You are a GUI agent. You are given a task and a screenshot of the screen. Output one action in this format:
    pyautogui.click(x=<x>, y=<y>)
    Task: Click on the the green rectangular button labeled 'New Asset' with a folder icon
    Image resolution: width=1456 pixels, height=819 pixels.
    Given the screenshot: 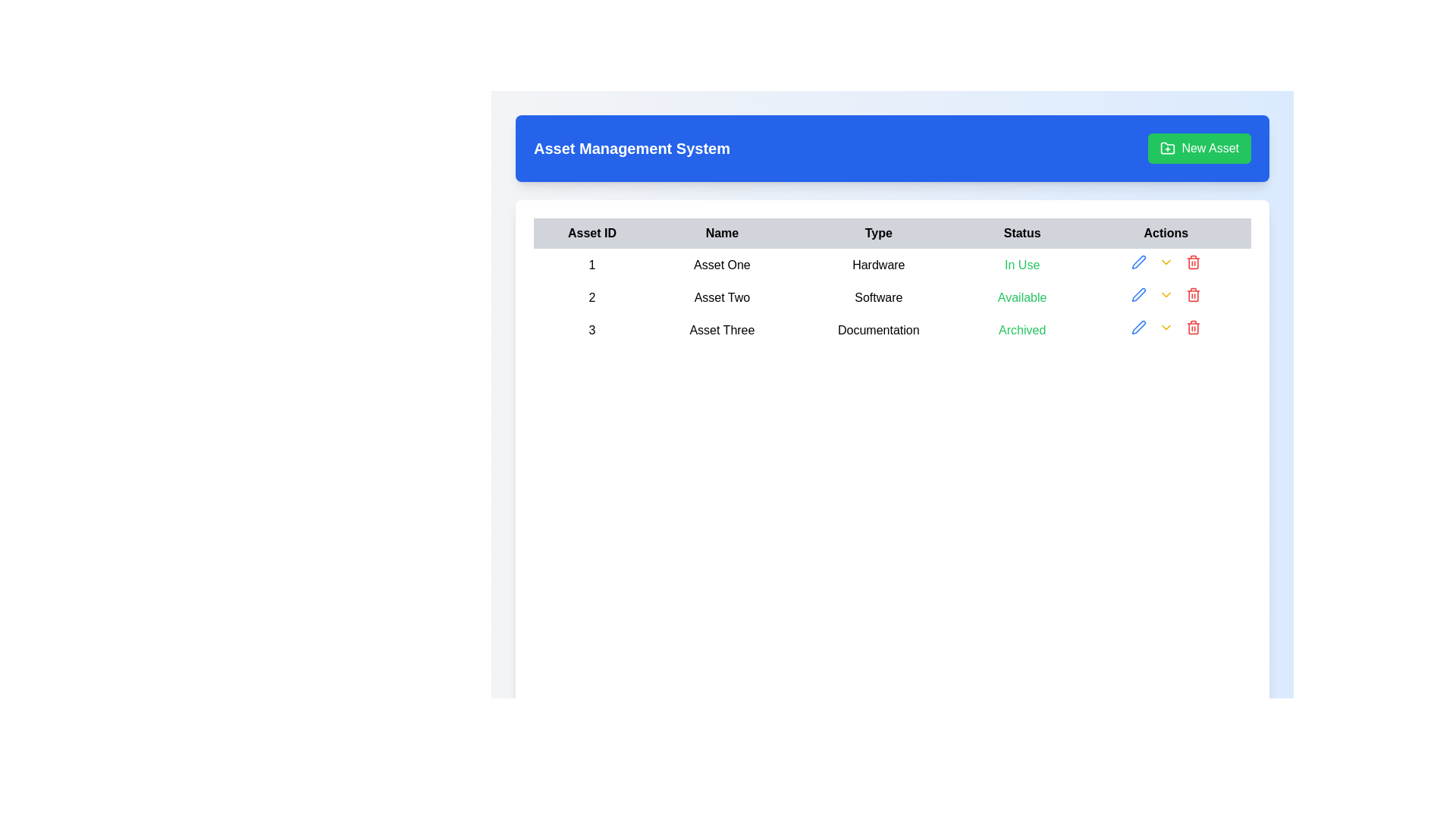 What is the action you would take?
    pyautogui.click(x=1199, y=149)
    